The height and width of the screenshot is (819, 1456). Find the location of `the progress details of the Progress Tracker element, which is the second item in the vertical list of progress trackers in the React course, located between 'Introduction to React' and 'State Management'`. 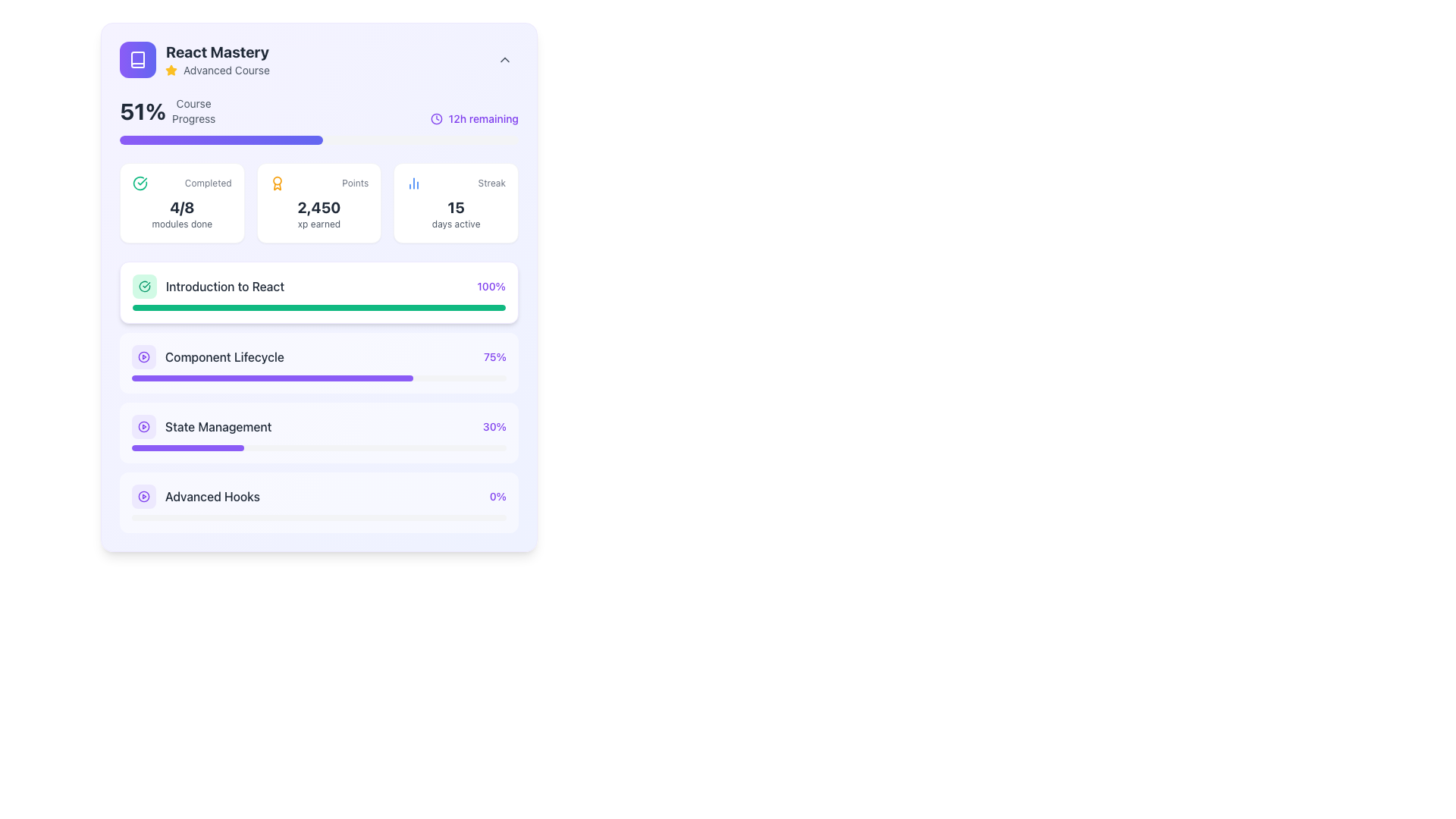

the progress details of the Progress Tracker element, which is the second item in the vertical list of progress trackers in the React course, located between 'Introduction to React' and 'State Management' is located at coordinates (318, 397).